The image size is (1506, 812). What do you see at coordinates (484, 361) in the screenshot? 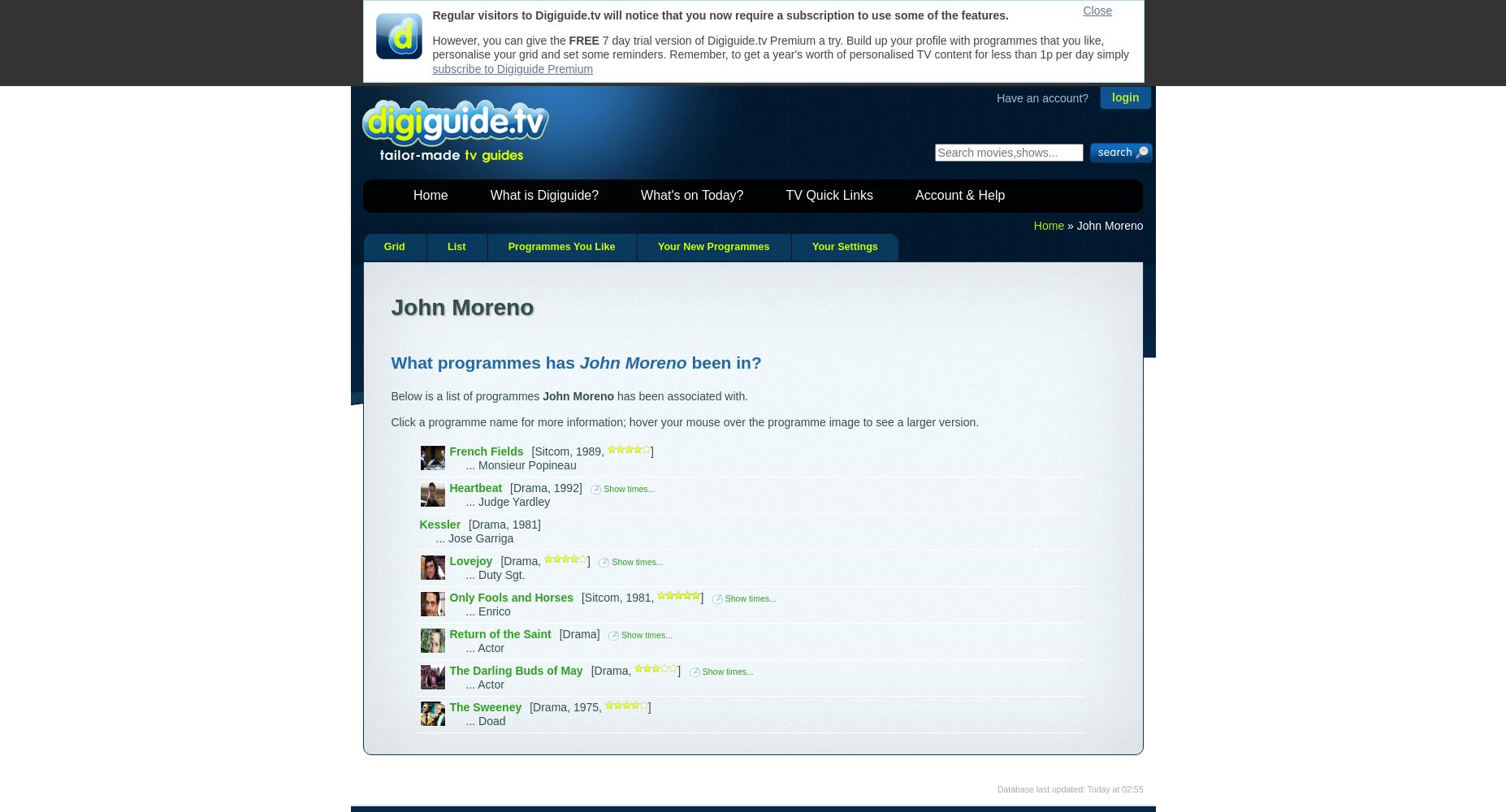
I see `'What programmes has'` at bounding box center [484, 361].